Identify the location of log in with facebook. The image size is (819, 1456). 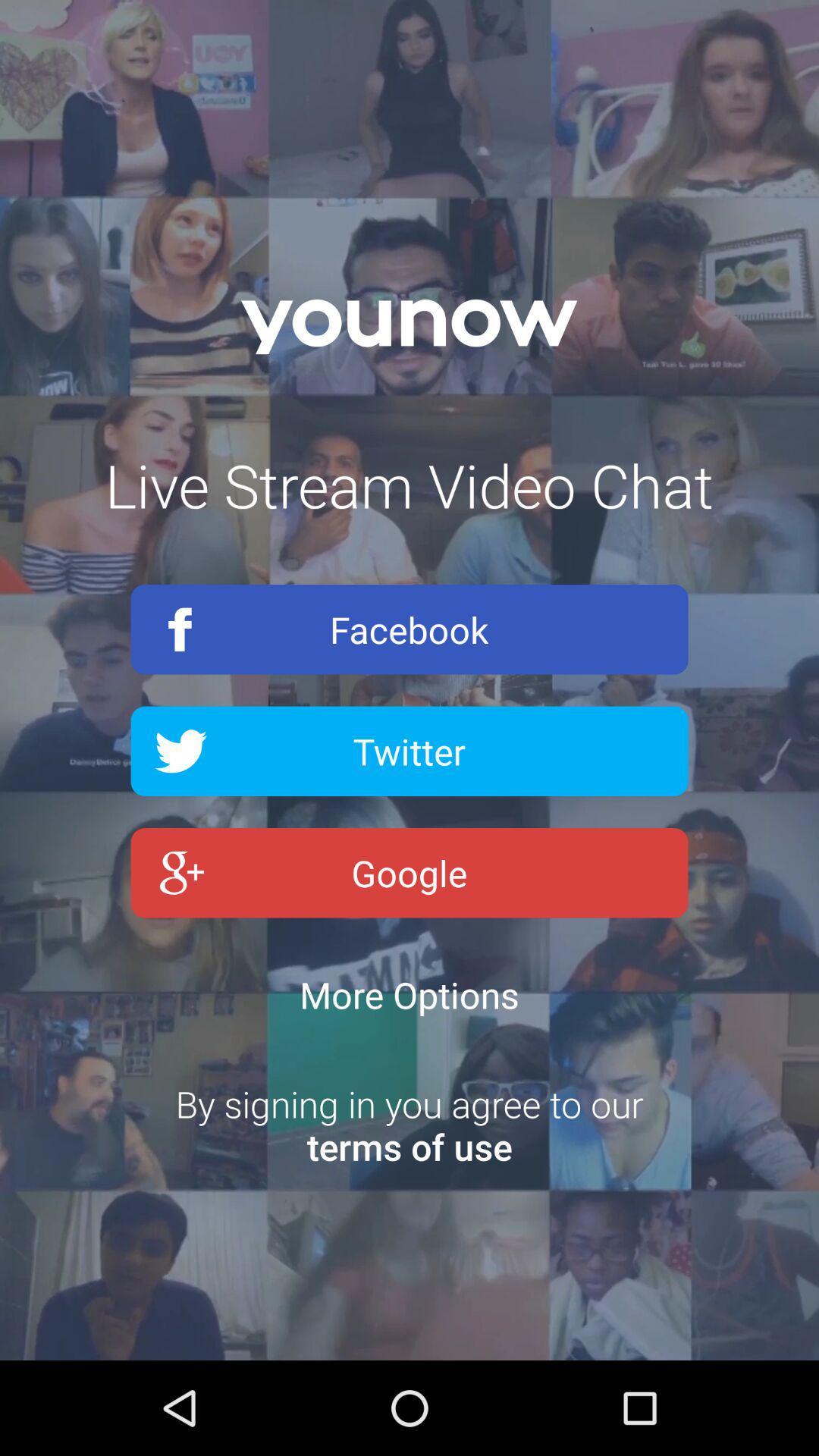
(409, 629).